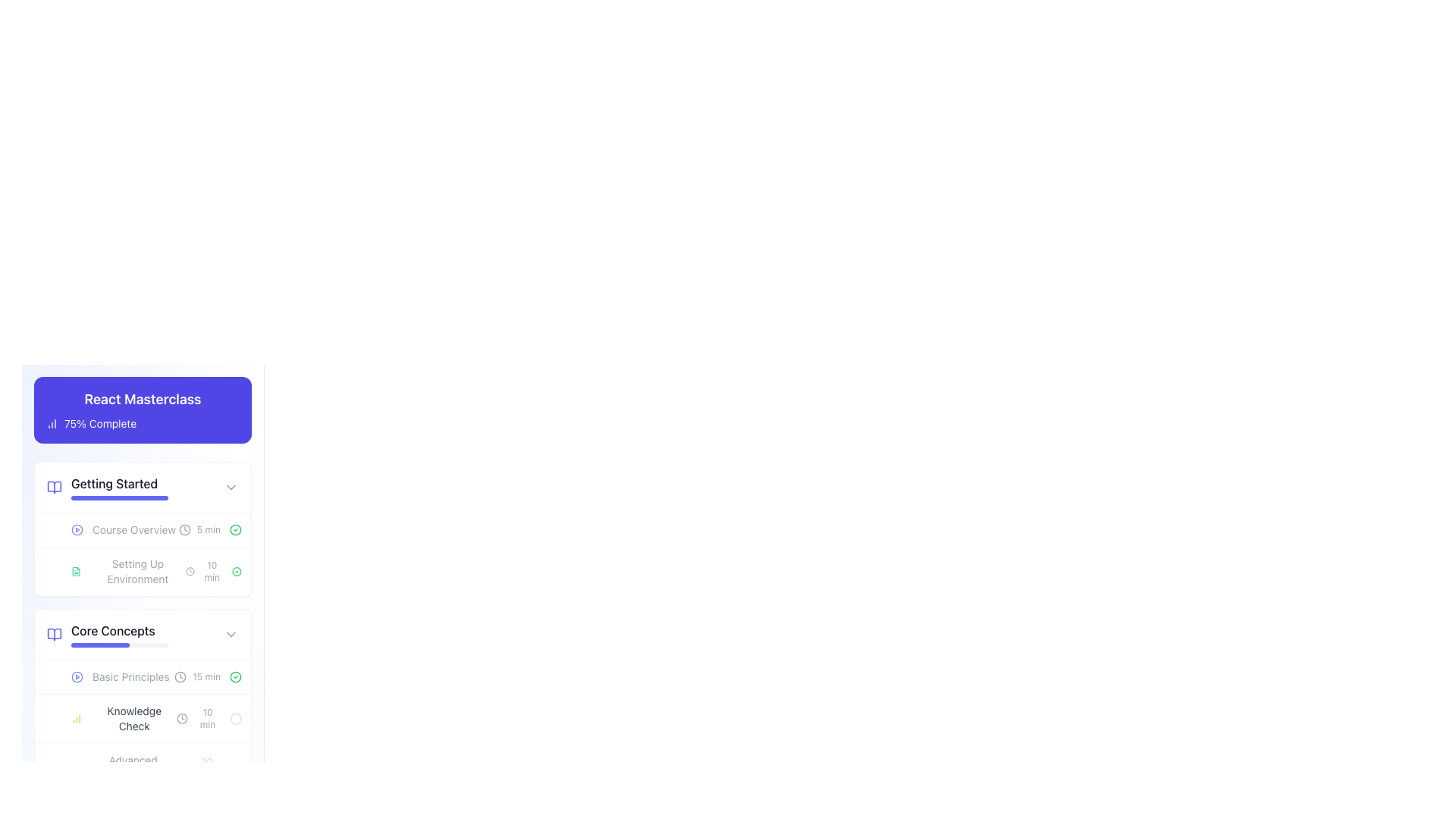 Image resolution: width=1456 pixels, height=819 pixels. Describe the element at coordinates (235, 529) in the screenshot. I see `the SVG icon (circle shape) that indicates completion in the 'Setting Up Environment' list item of the 'Getting Started' section` at that location.